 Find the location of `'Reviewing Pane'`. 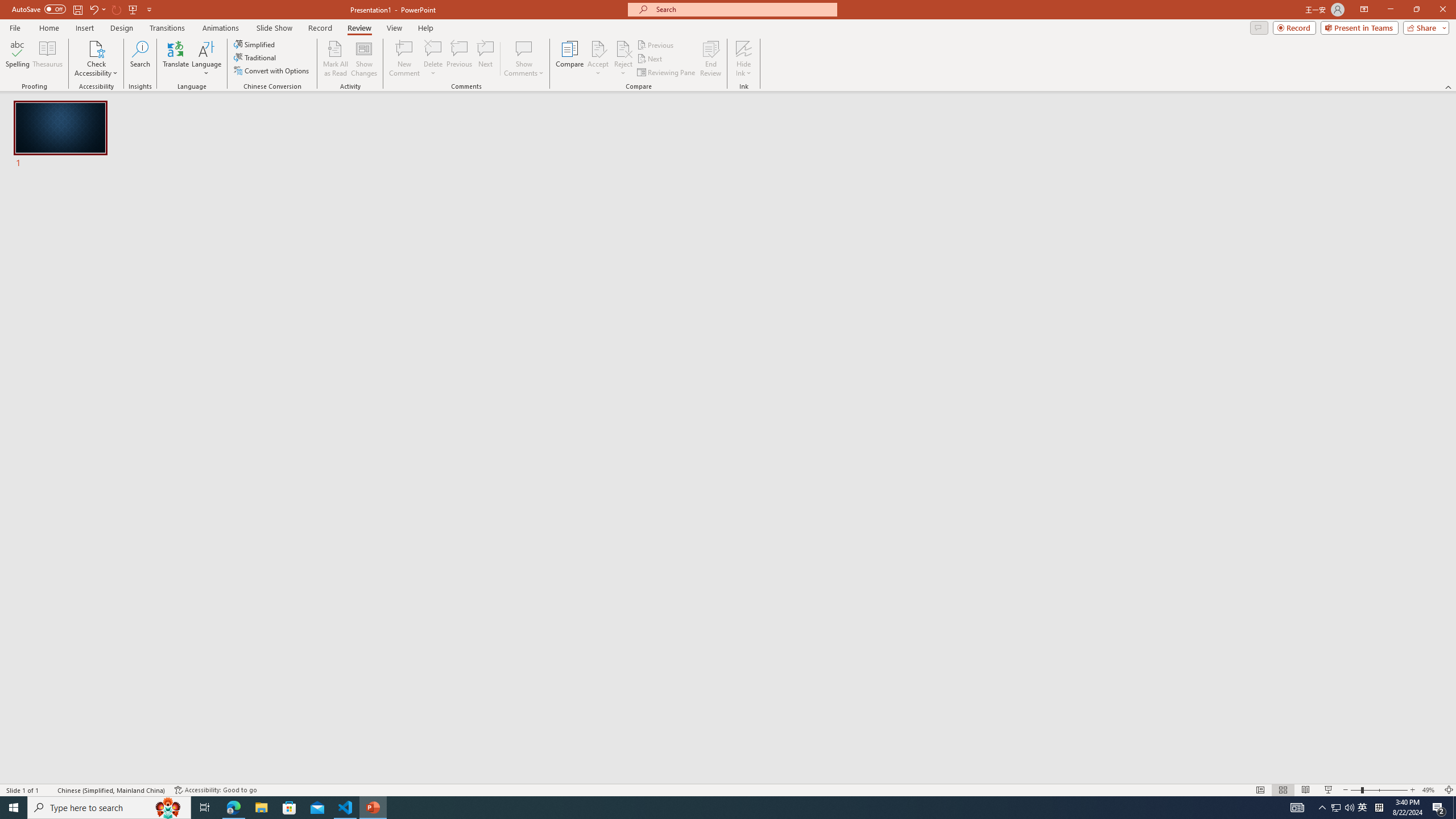

'Reviewing Pane' is located at coordinates (666, 72).